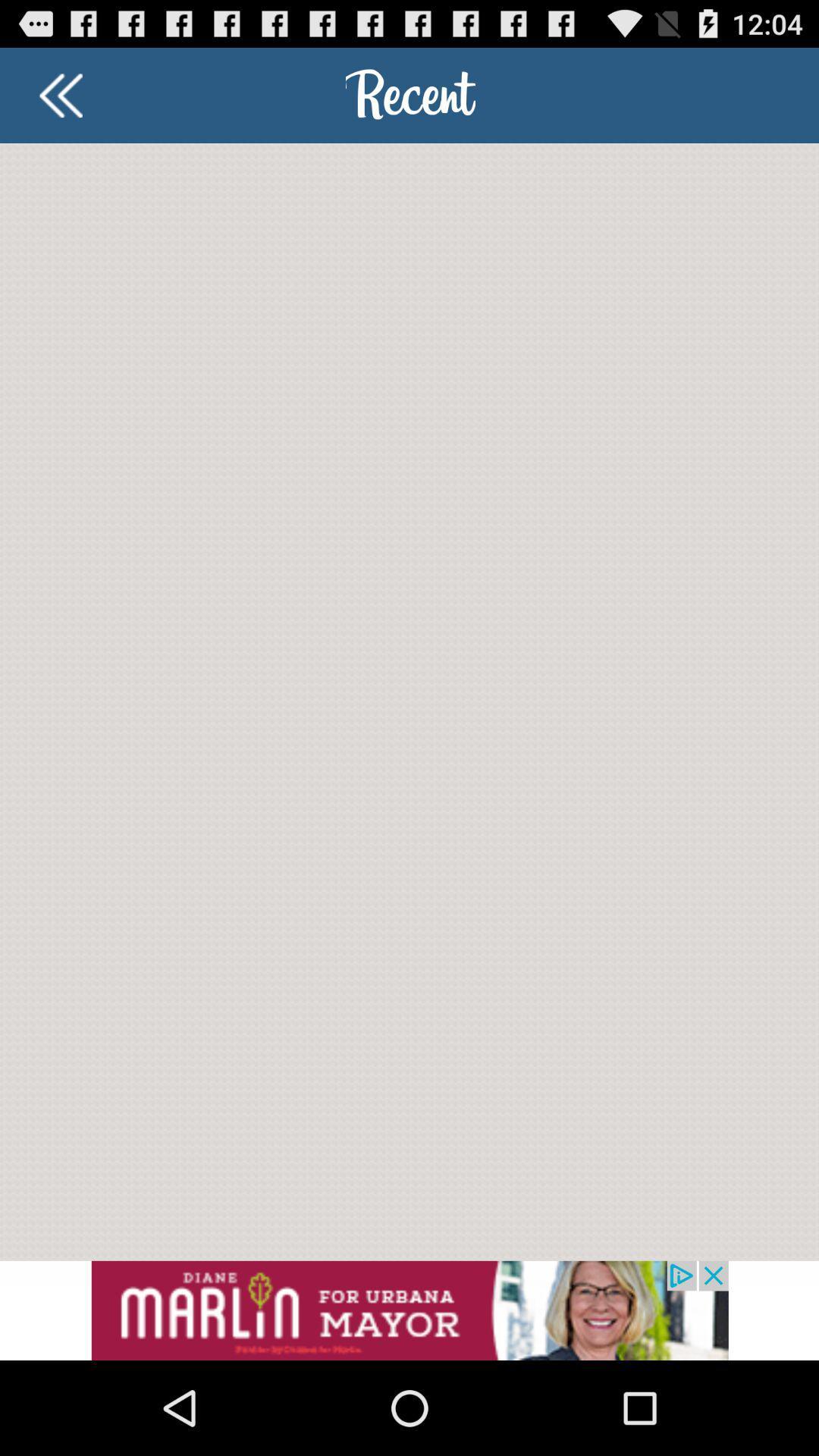  Describe the element at coordinates (409, 1310) in the screenshot. I see `click on advertisement below` at that location.